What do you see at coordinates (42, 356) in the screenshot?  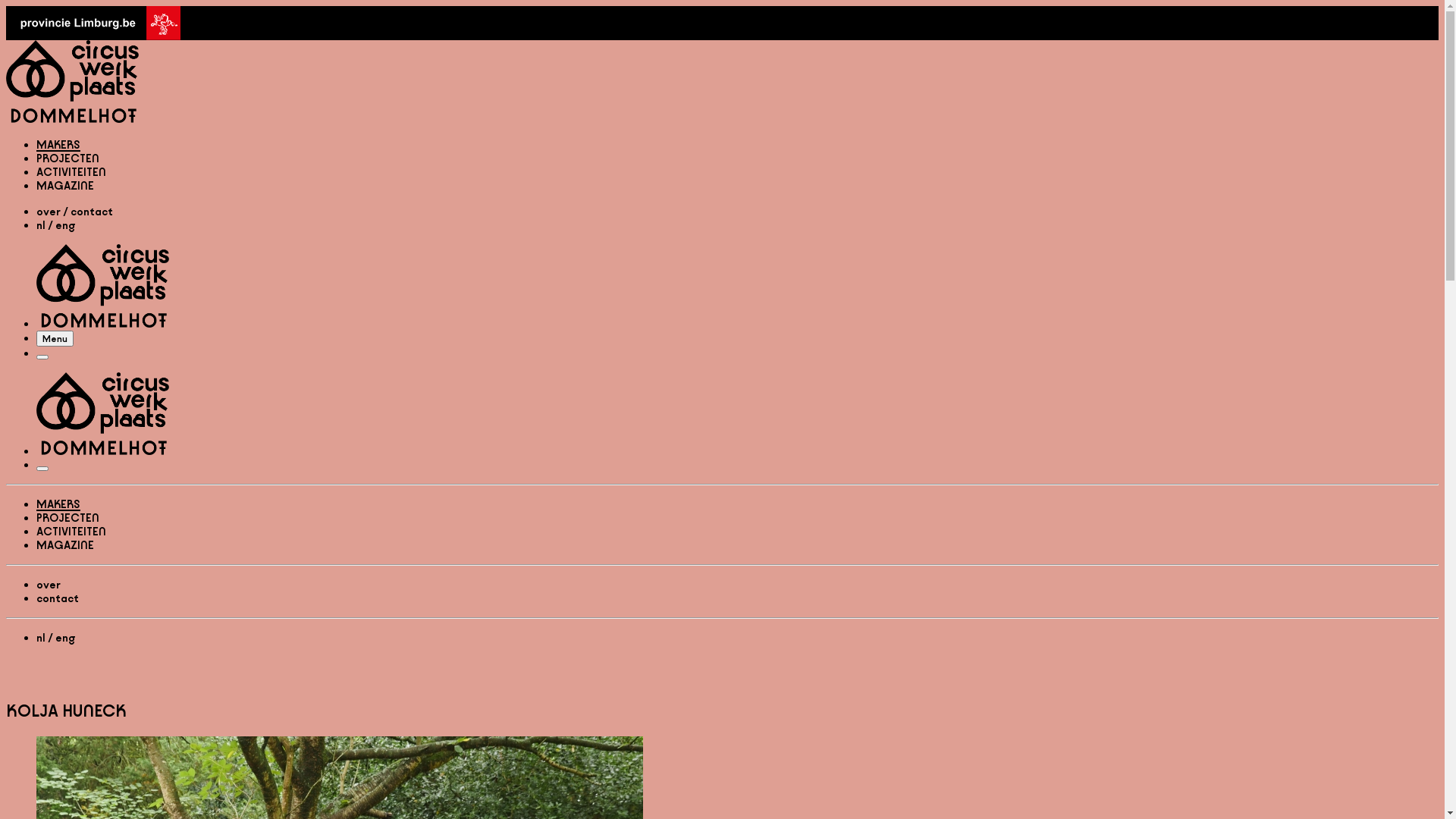 I see `'Menu'` at bounding box center [42, 356].